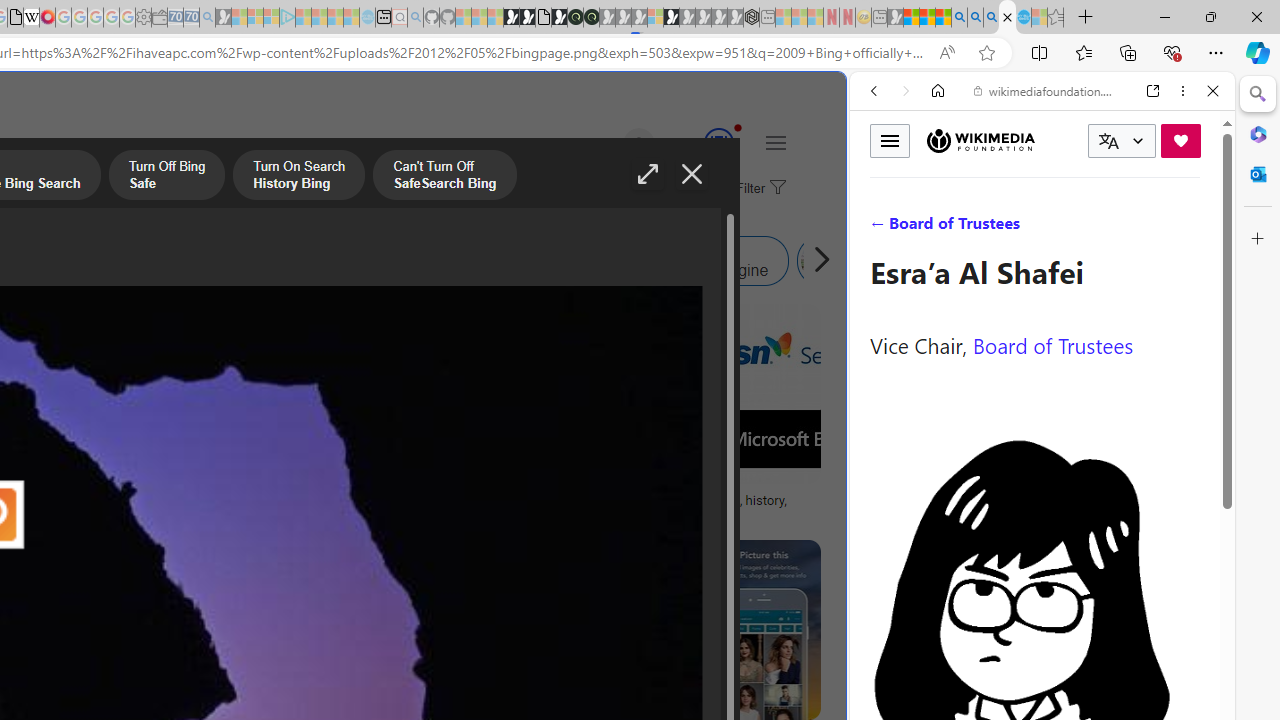 The width and height of the screenshot is (1280, 720). I want to click on 'Wikimedia Foundation', so click(980, 140).